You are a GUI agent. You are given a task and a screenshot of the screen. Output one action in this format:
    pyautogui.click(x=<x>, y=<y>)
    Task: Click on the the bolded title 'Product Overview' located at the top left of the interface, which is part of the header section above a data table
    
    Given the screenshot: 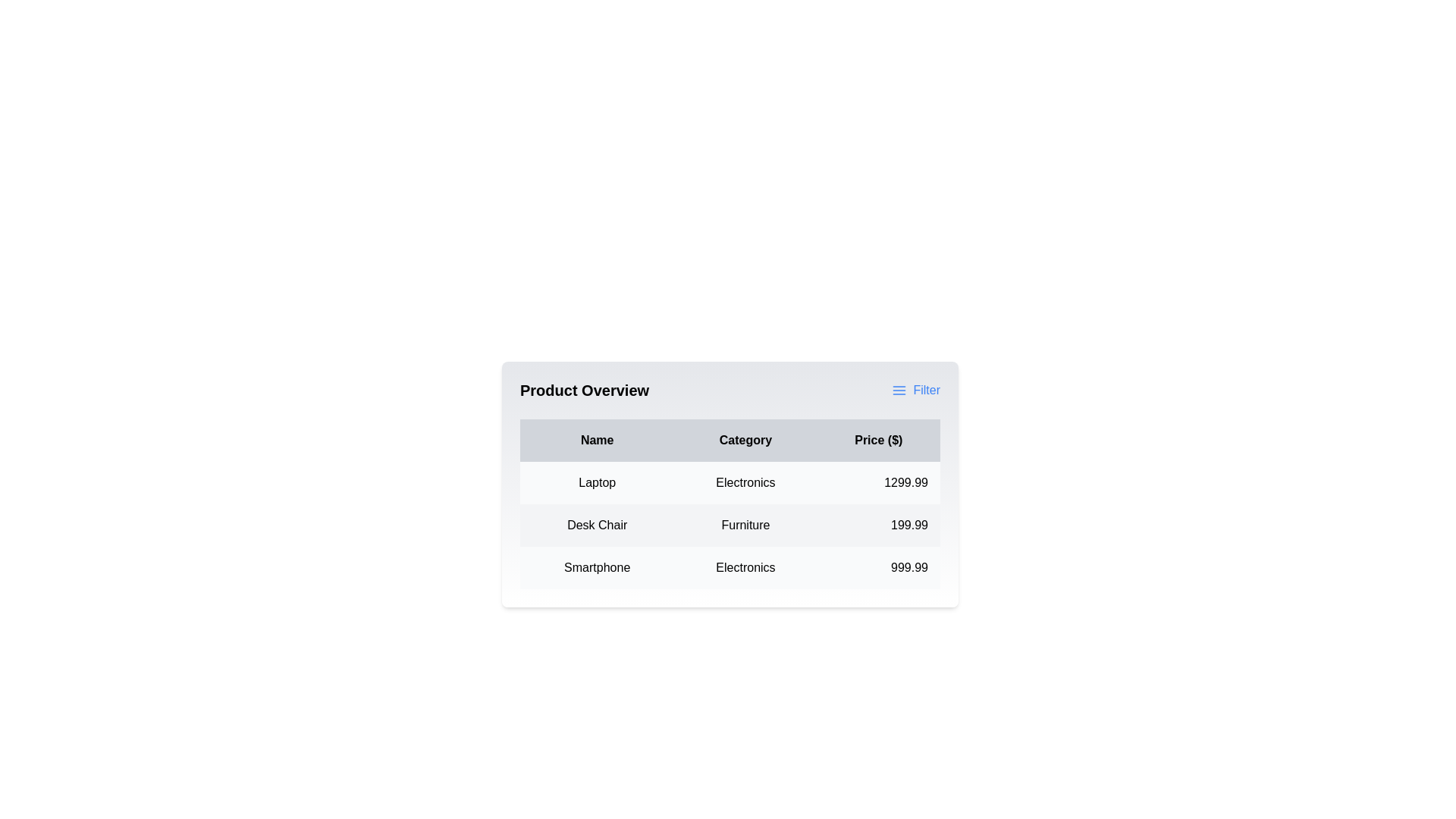 What is the action you would take?
    pyautogui.click(x=584, y=390)
    